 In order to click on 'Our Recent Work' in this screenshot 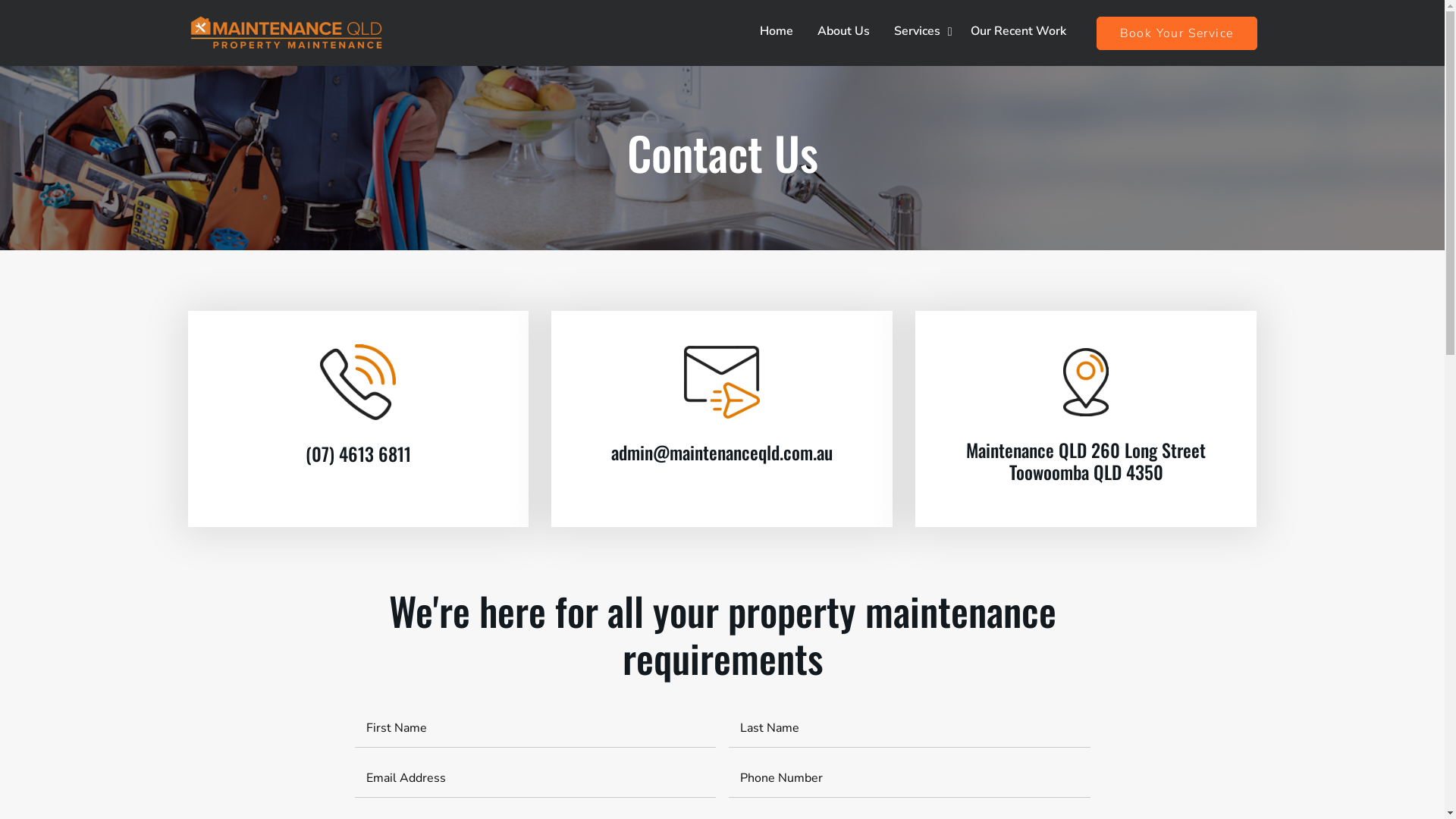, I will do `click(1018, 31)`.